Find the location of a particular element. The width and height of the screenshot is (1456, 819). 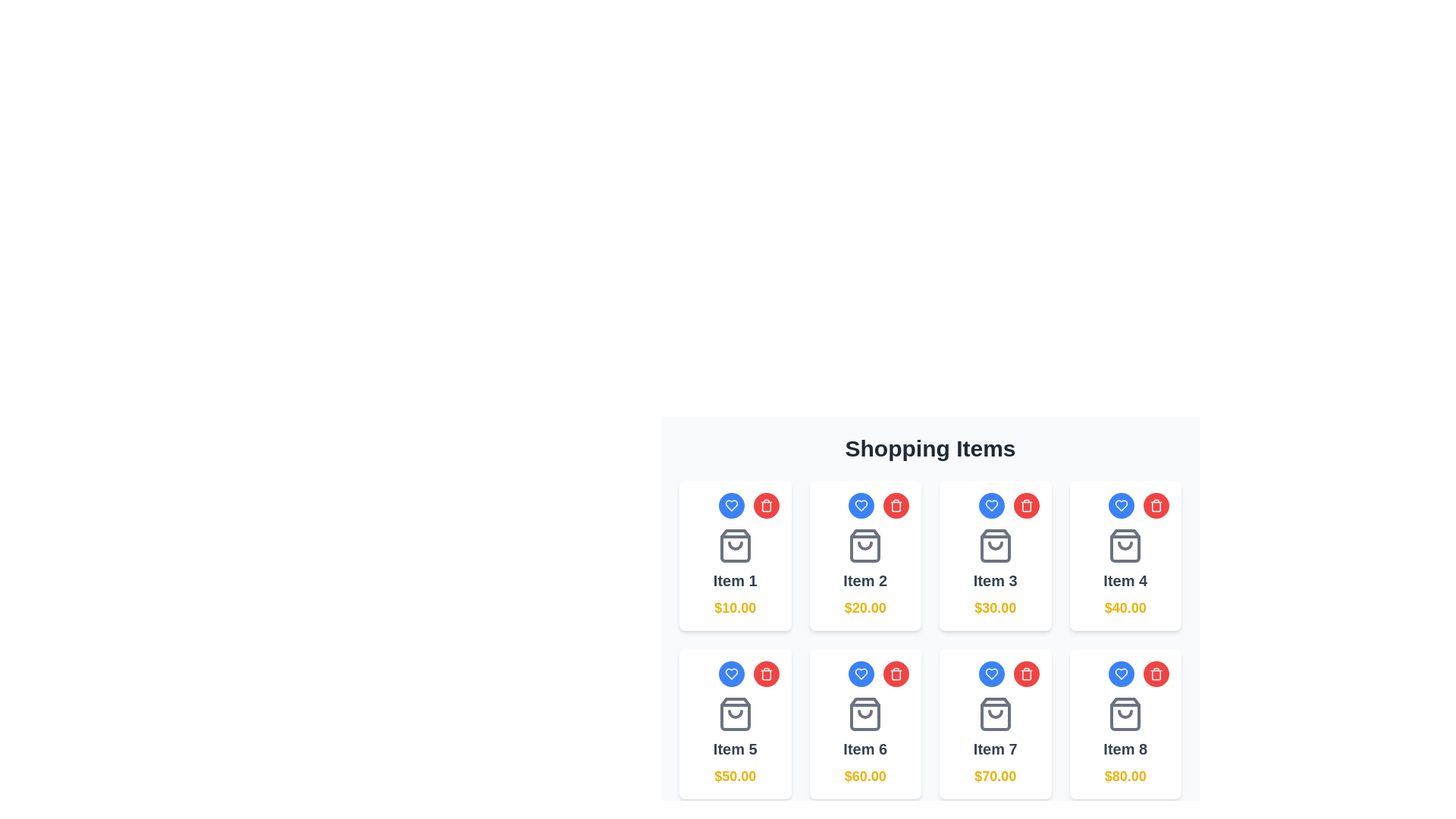

the button that marks 'Item 6' as favorite, located to the left of the red trash can icon is located at coordinates (865, 673).